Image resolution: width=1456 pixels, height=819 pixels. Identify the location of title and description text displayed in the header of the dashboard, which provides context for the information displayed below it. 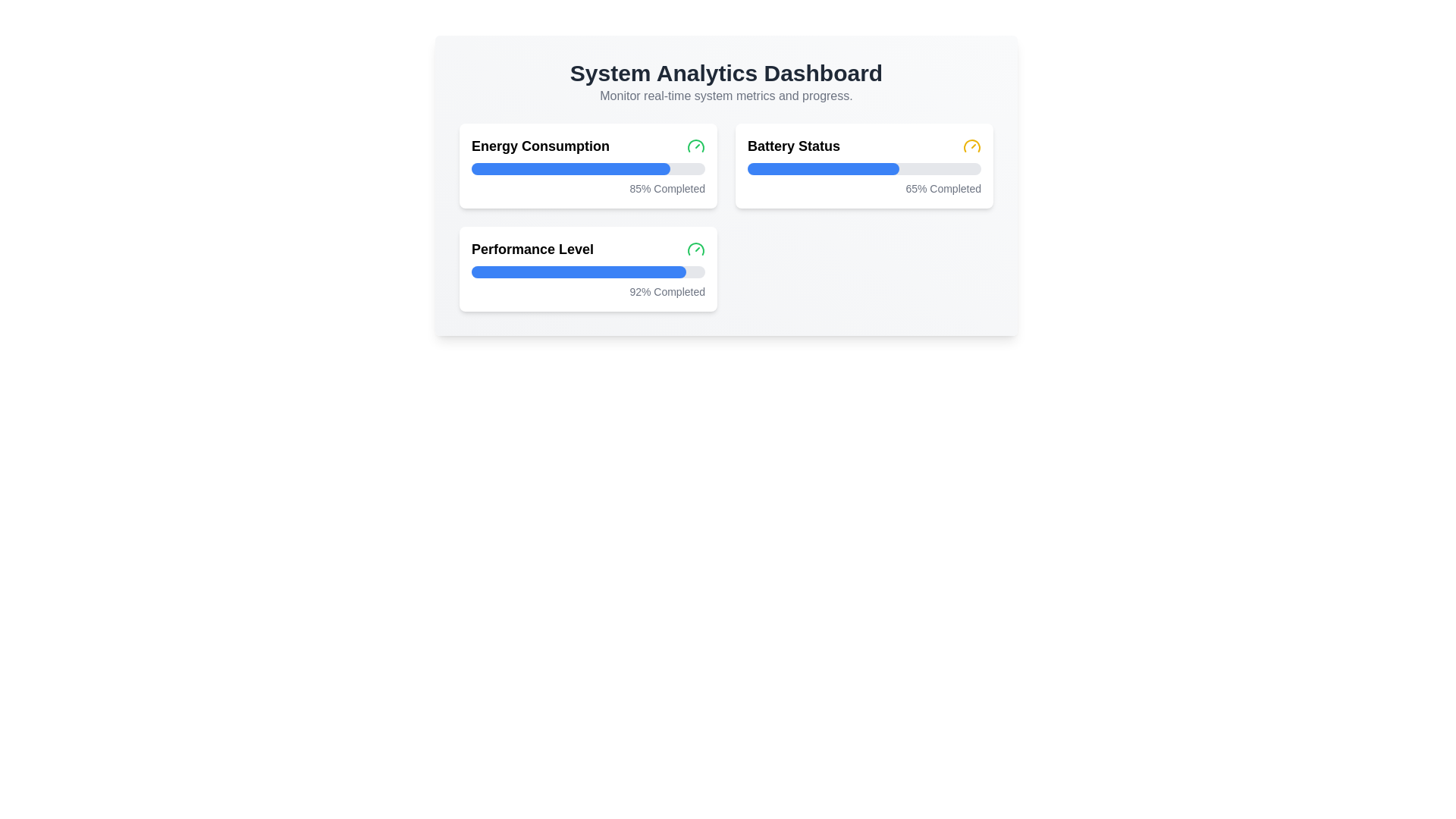
(726, 82).